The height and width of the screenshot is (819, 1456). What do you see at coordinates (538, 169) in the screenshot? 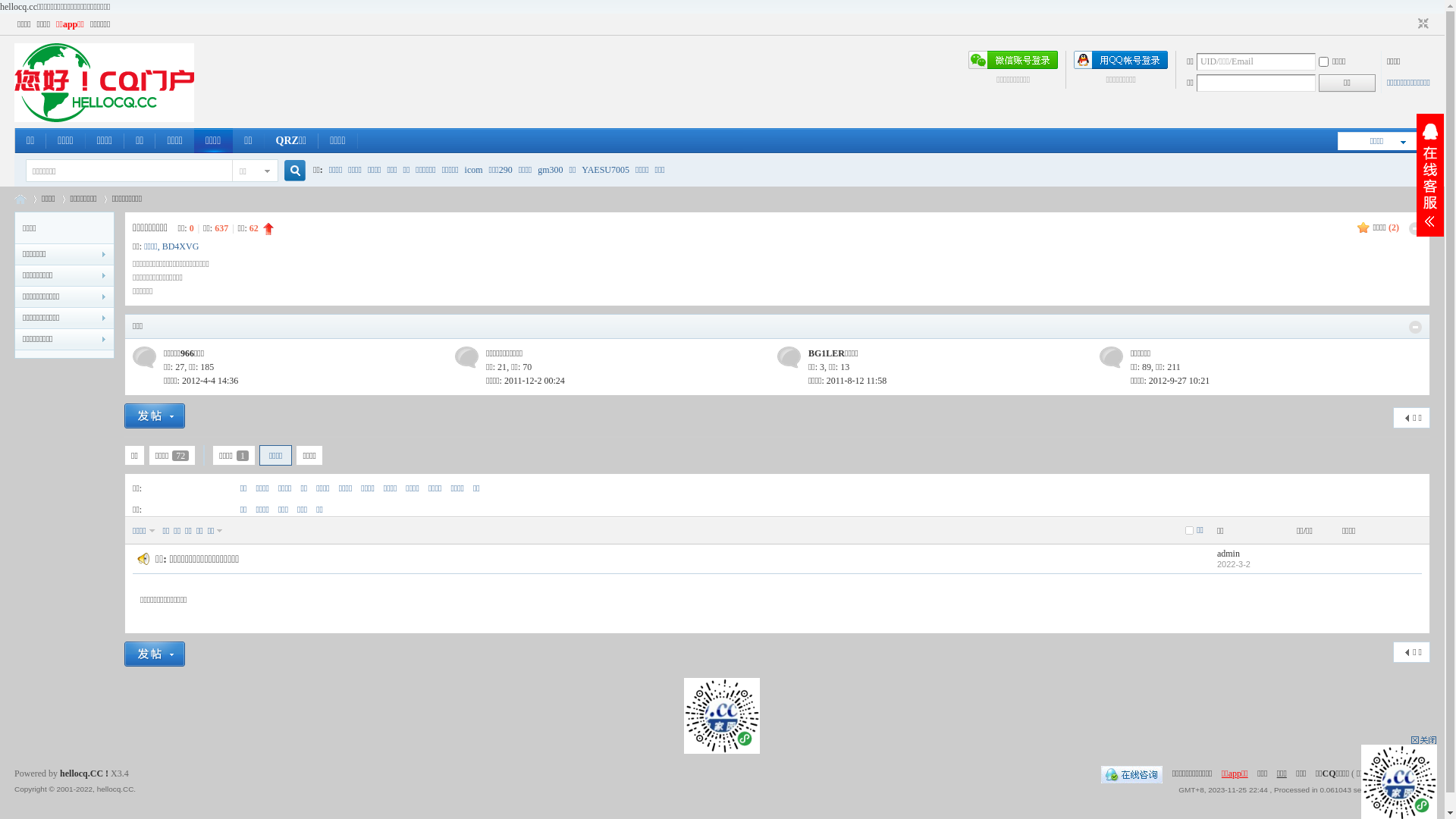
I see `'gm300'` at bounding box center [538, 169].